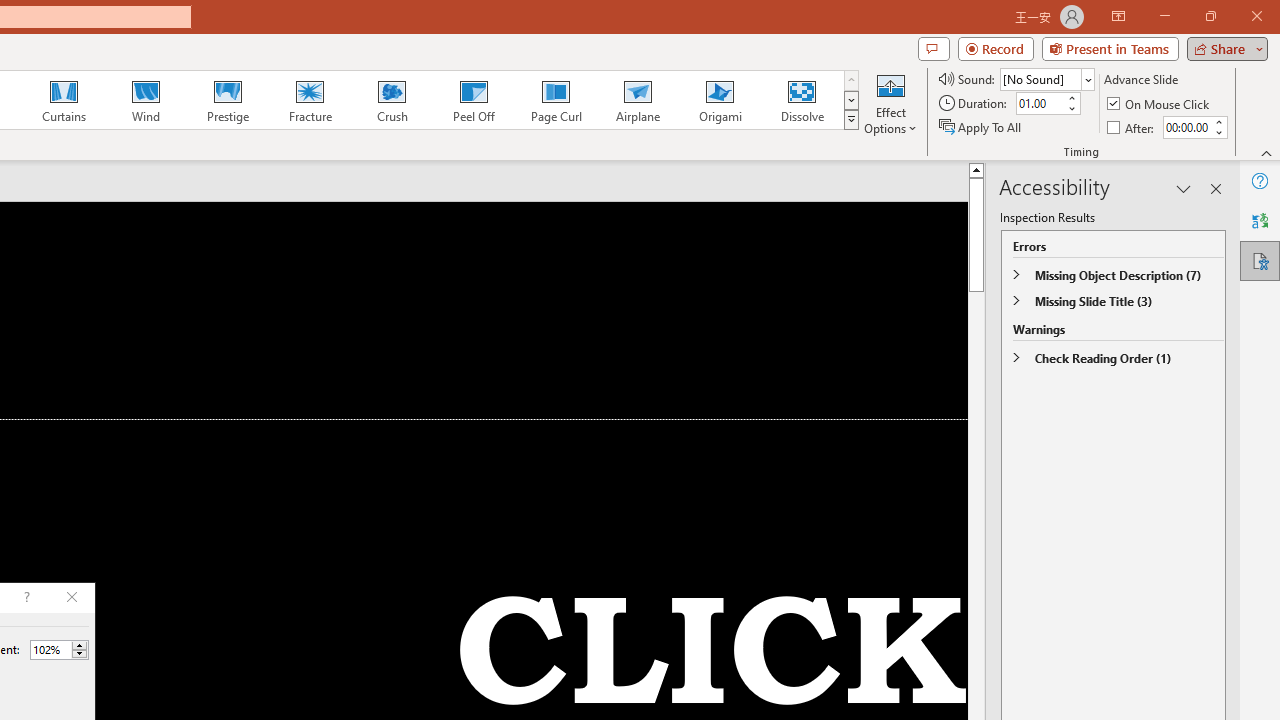 The width and height of the screenshot is (1280, 720). Describe the element at coordinates (555, 100) in the screenshot. I see `'Page Curl'` at that location.